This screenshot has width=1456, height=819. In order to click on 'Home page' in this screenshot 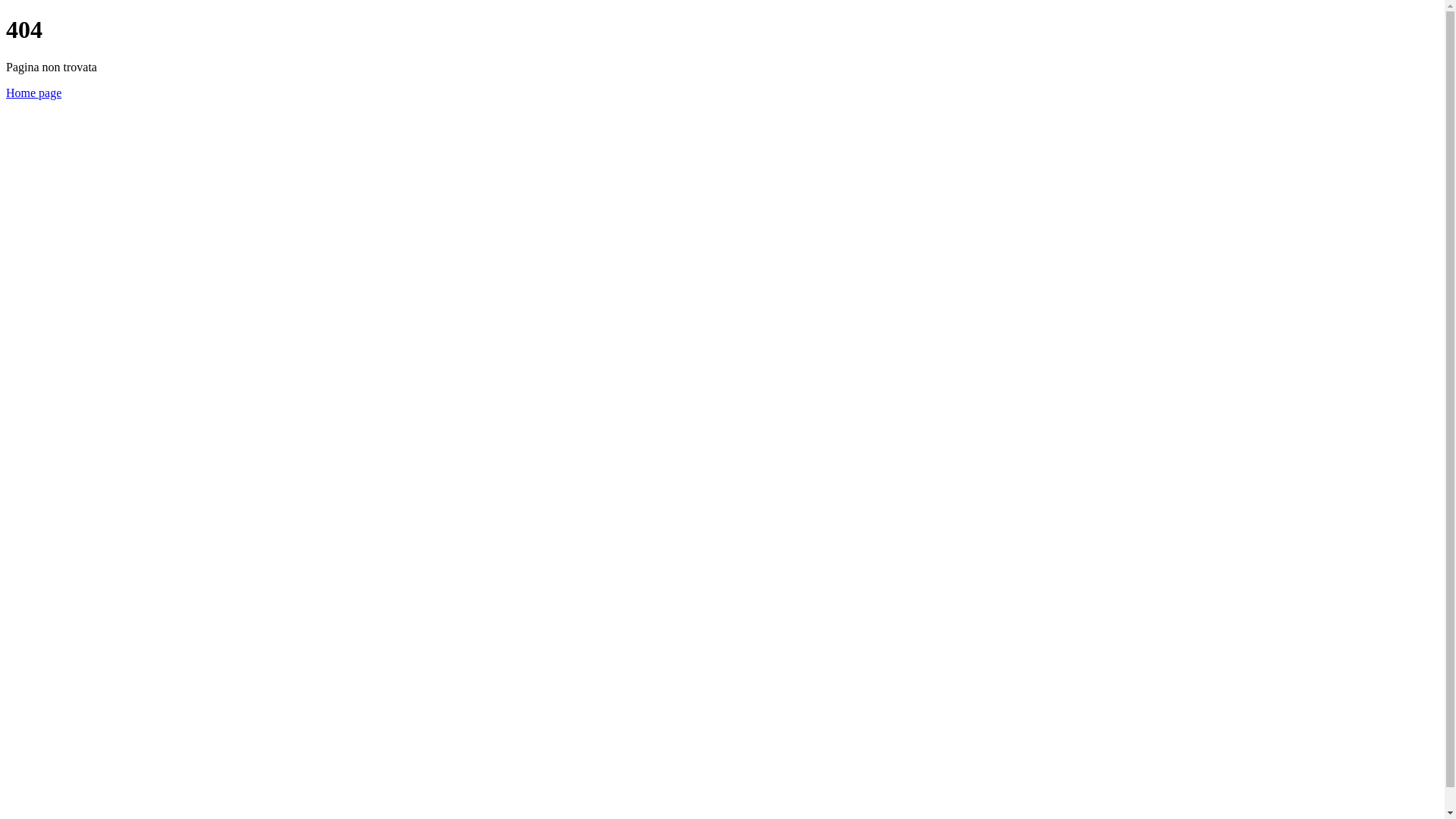, I will do `click(33, 93)`.